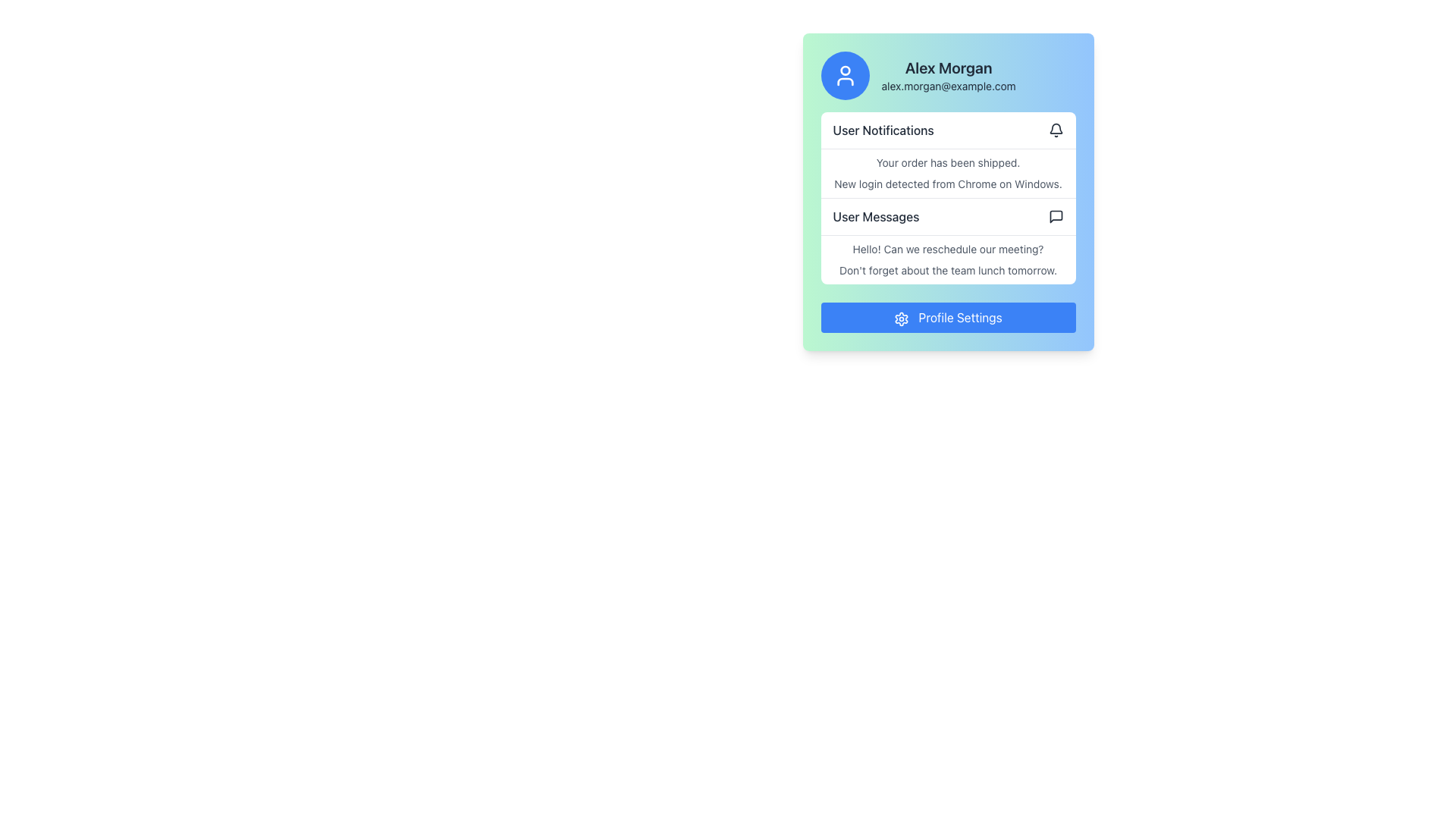 The height and width of the screenshot is (819, 1456). Describe the element at coordinates (948, 67) in the screenshot. I see `display name text located at the top of the profile card, above the email address 'alex.morgan@example.com'` at that location.